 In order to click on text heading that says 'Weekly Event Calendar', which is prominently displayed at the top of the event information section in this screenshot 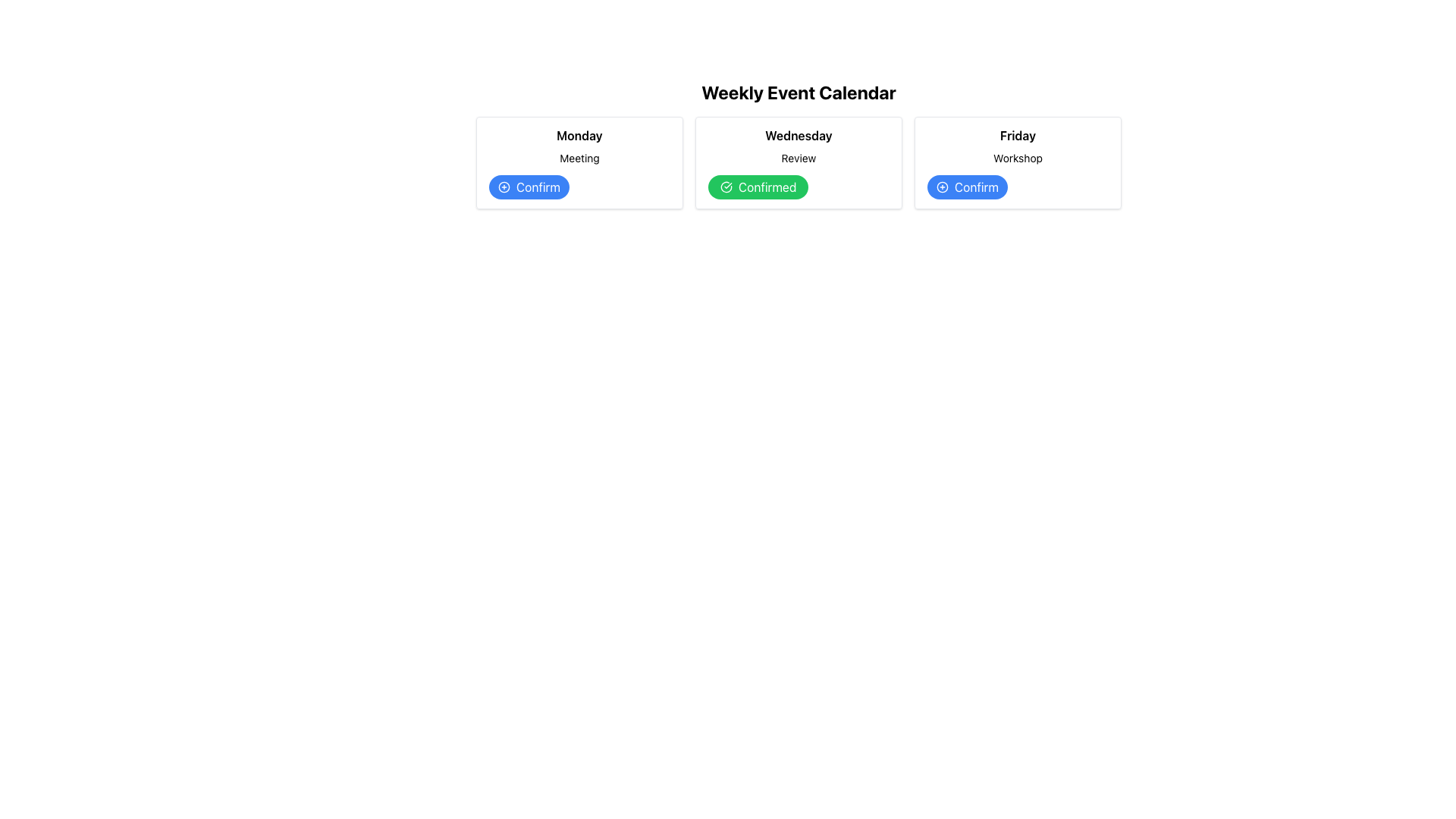, I will do `click(798, 93)`.